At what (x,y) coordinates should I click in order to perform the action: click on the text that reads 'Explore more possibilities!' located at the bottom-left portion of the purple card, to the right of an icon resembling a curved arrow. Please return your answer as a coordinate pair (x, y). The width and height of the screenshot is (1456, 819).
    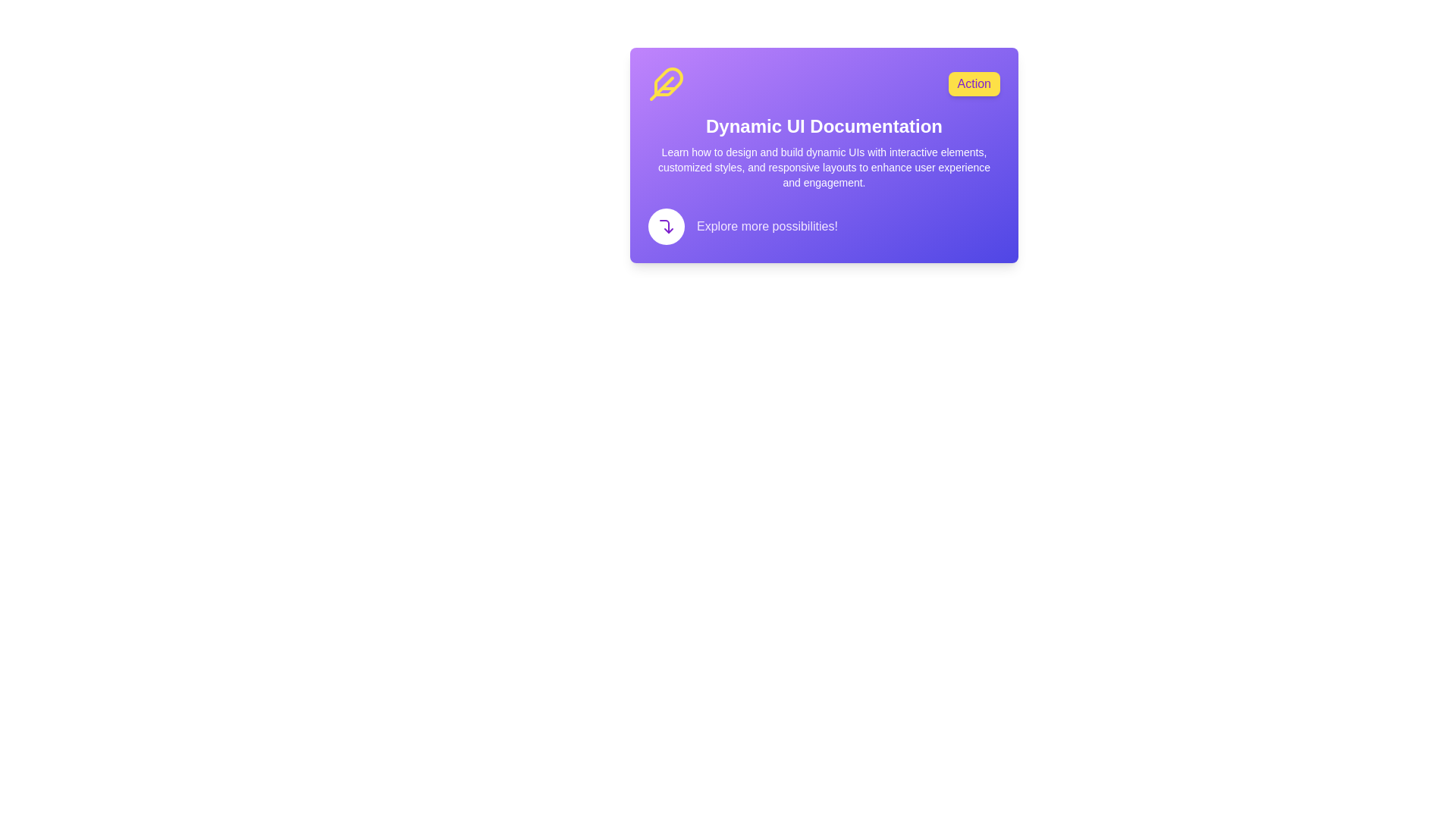
    Looking at the image, I should click on (767, 227).